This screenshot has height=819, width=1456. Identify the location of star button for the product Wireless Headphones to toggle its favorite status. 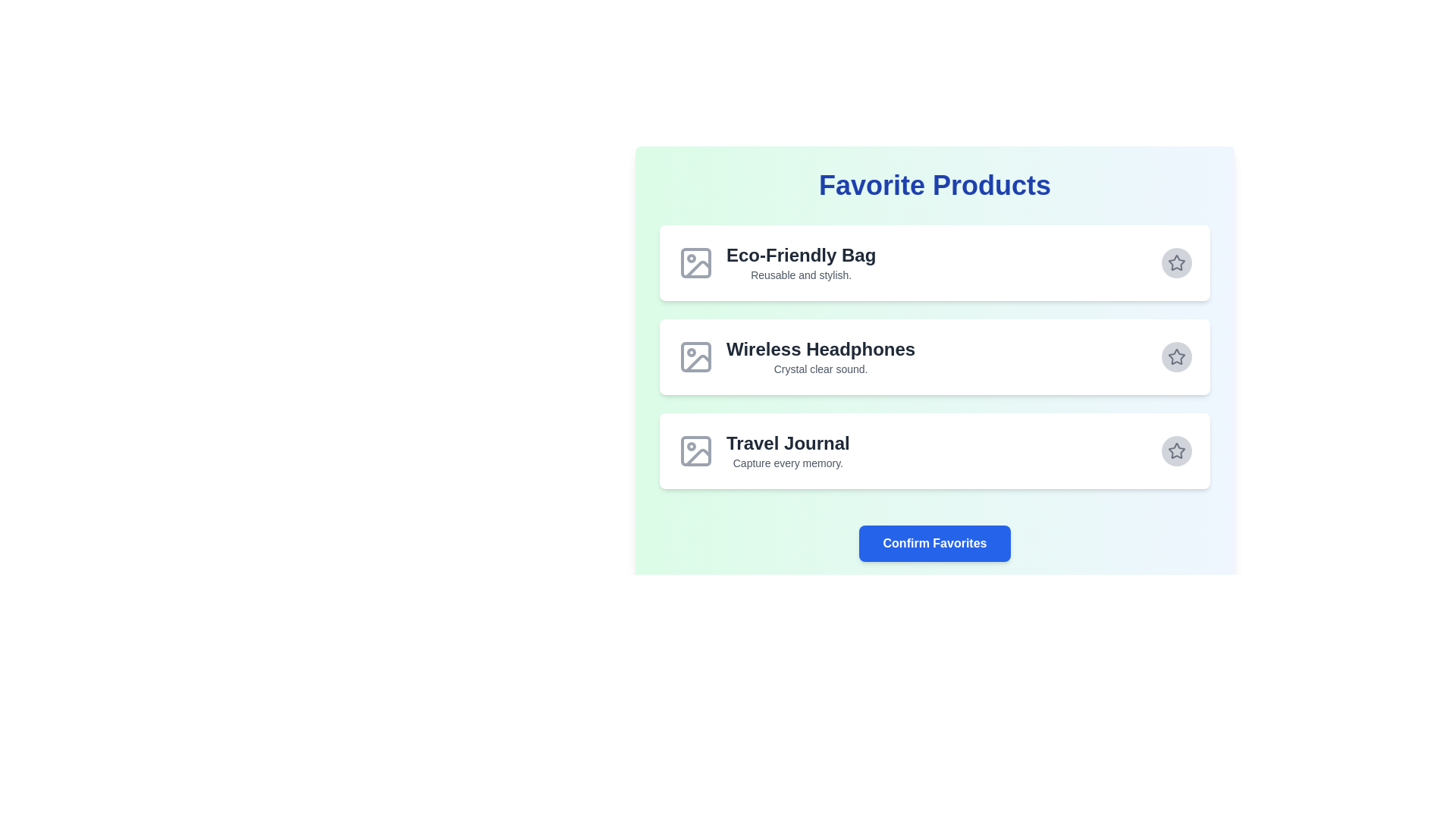
(1175, 356).